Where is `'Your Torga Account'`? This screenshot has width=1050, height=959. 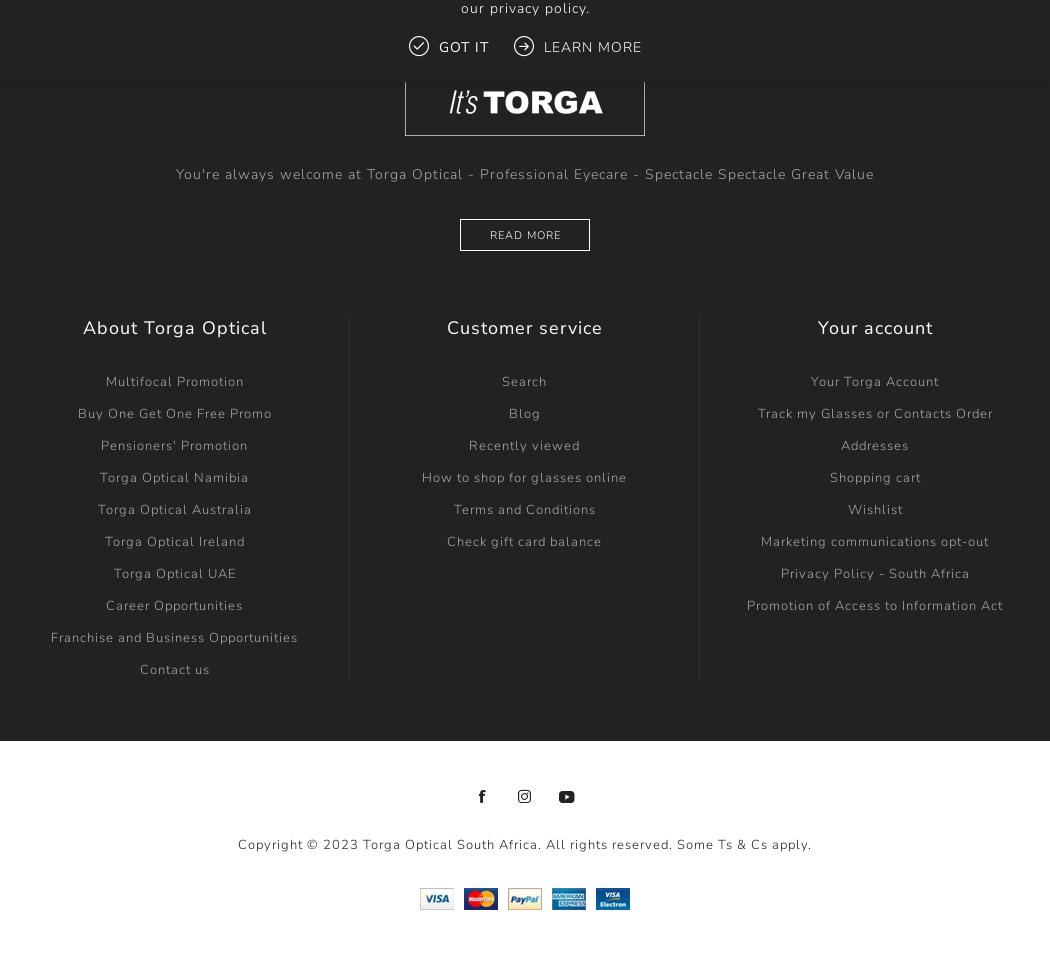 'Your Torga Account' is located at coordinates (873, 381).